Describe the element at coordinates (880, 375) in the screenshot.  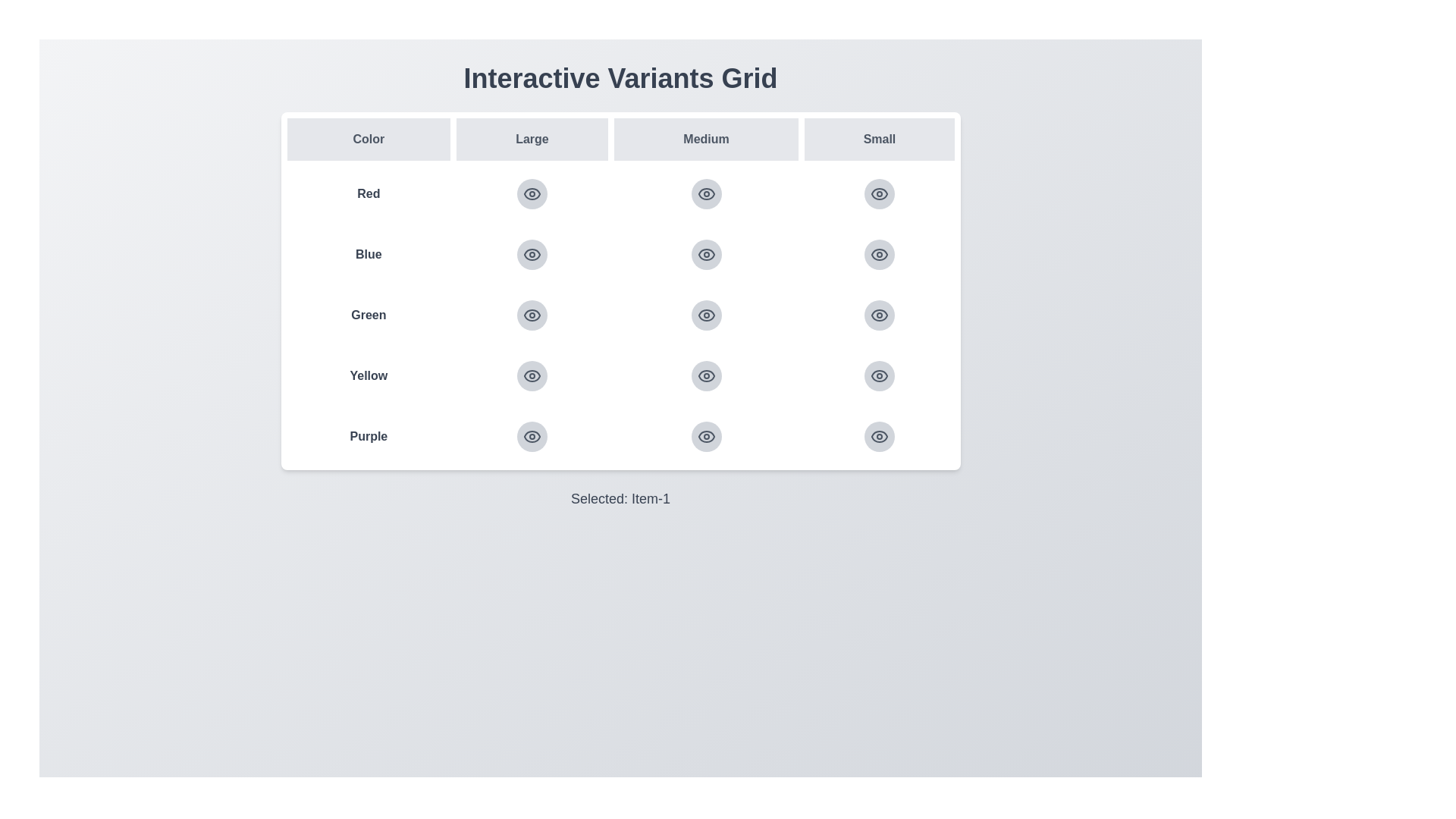
I see `the eye-shaped icon button, which is gray with a circular outline and a central dot, located in the bottom row and third column of the grid under the 'Small' category and next to the 'Yellow' row` at that location.